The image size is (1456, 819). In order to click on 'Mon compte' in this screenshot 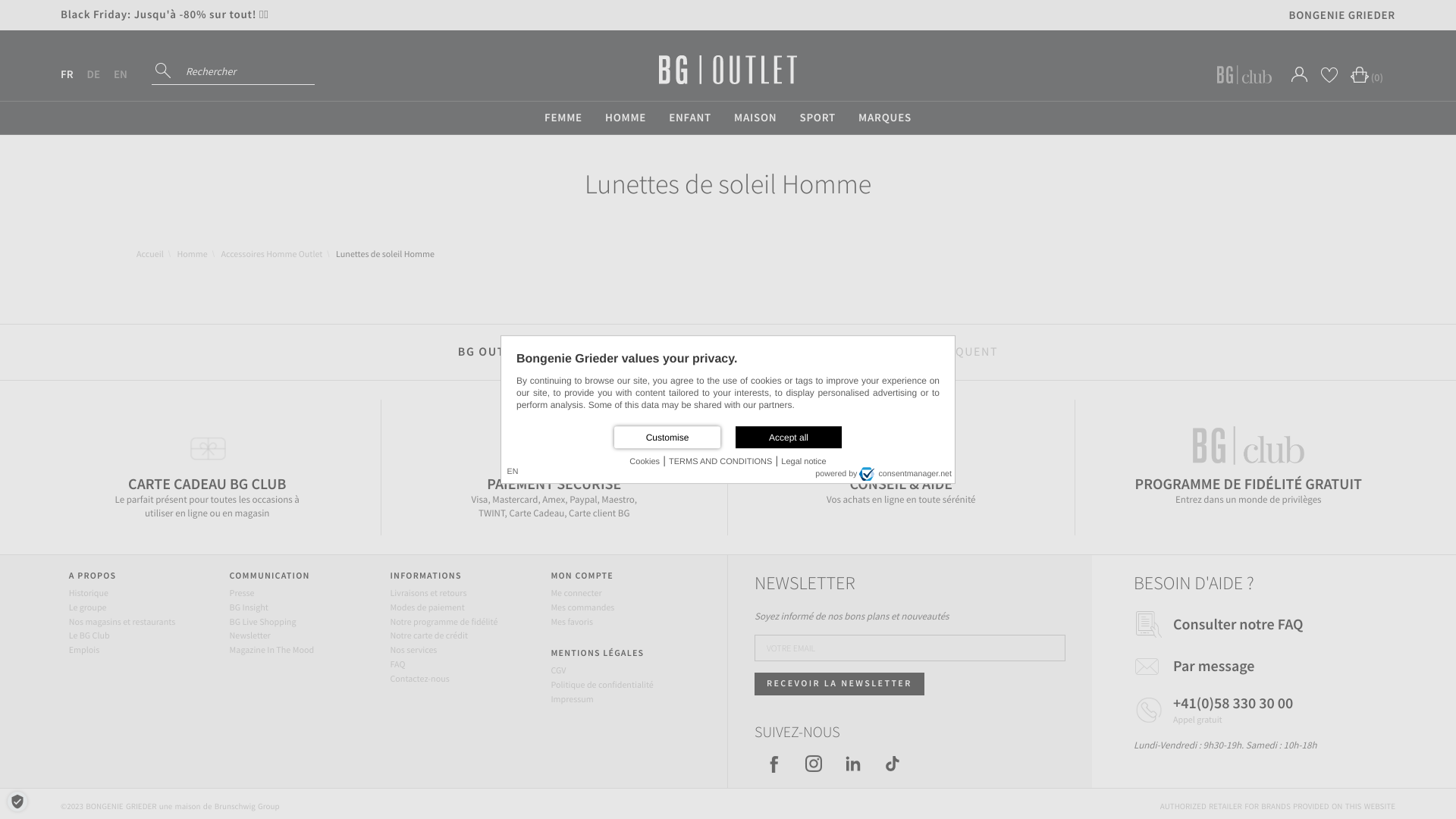, I will do `click(1298, 74)`.